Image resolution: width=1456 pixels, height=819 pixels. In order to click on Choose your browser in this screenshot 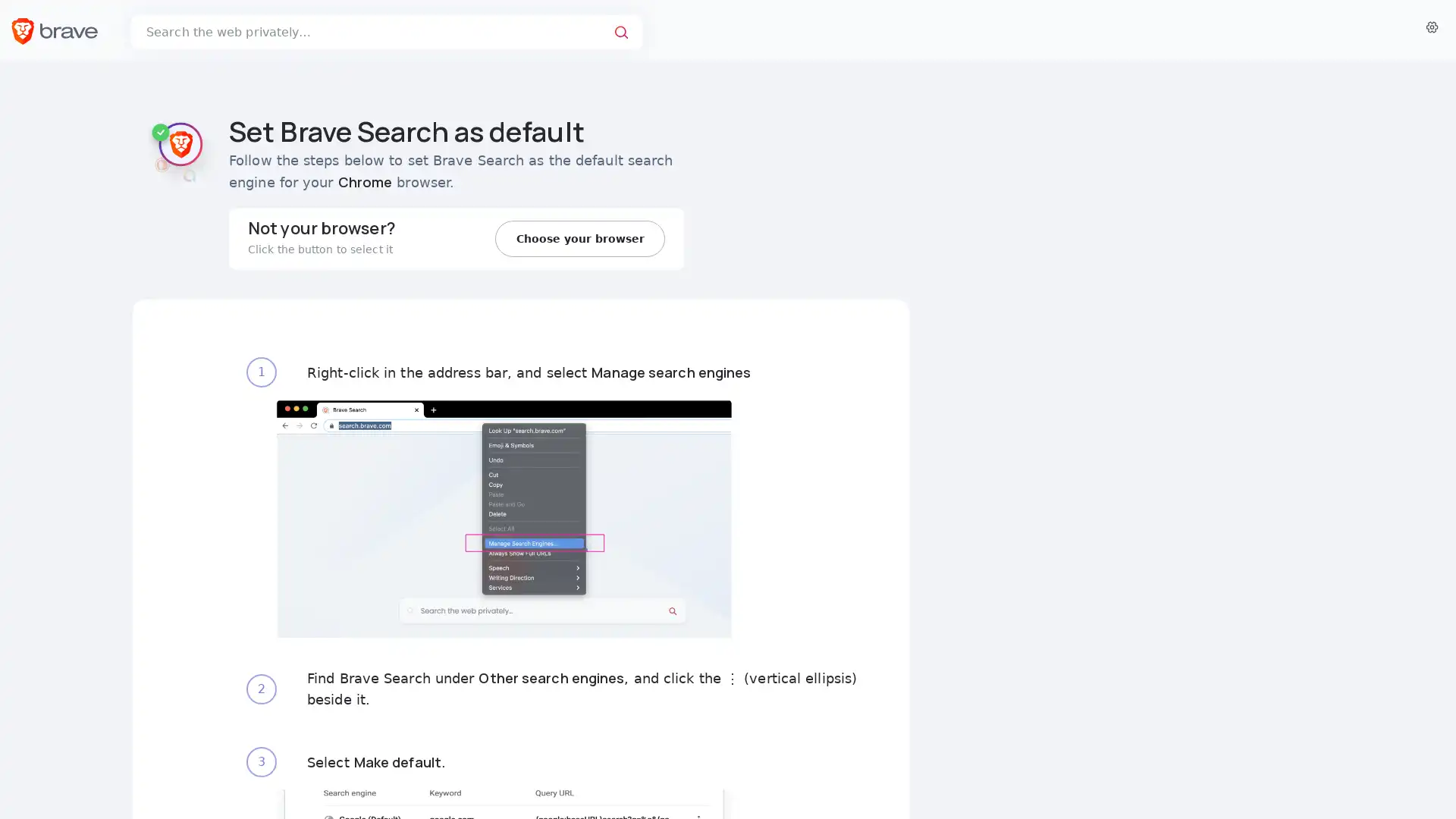, I will do `click(579, 239)`.